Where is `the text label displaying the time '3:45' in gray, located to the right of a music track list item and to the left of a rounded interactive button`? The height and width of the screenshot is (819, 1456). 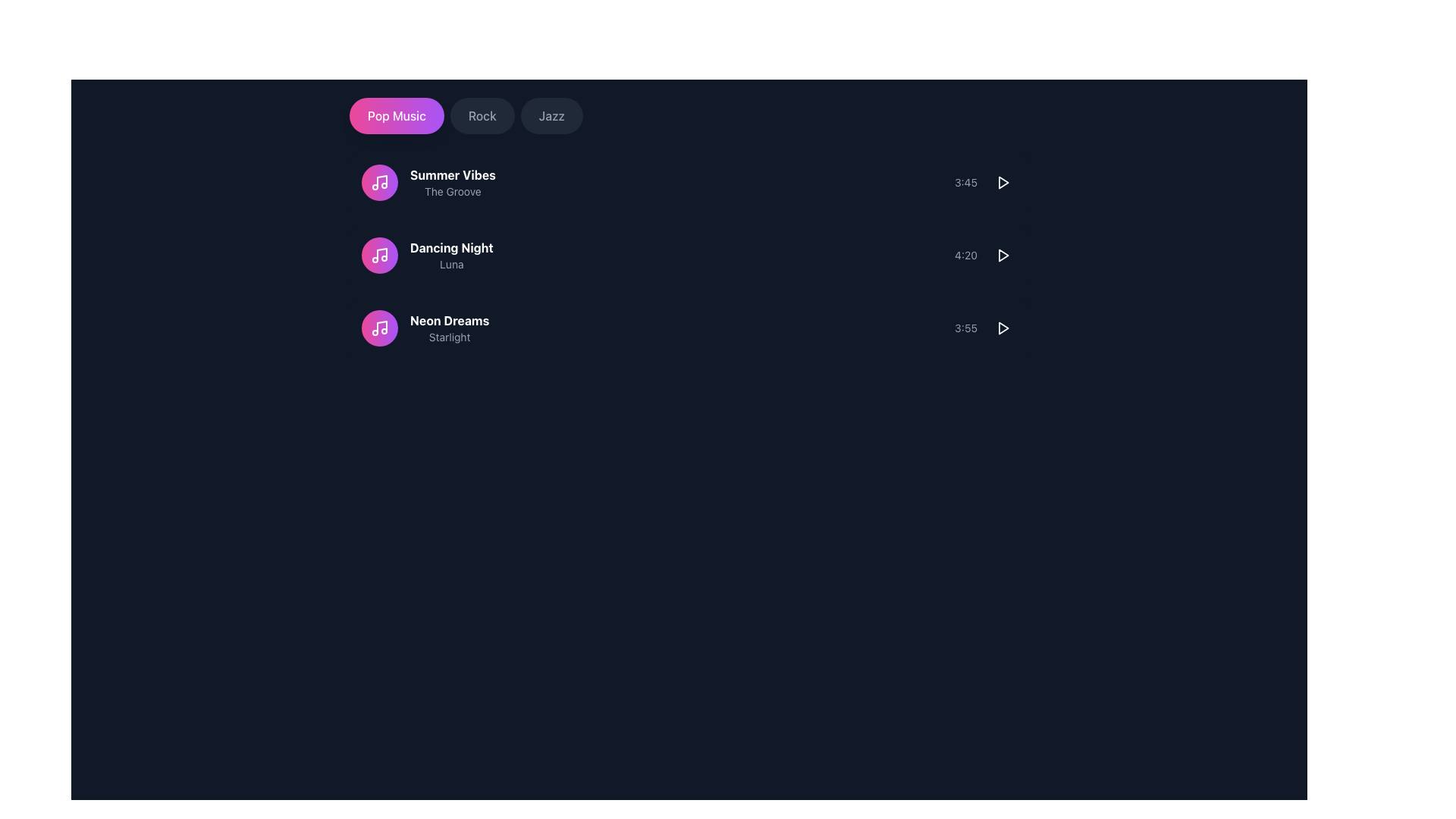
the text label displaying the time '3:45' in gray, located to the right of a music track list item and to the left of a rounded interactive button is located at coordinates (965, 181).